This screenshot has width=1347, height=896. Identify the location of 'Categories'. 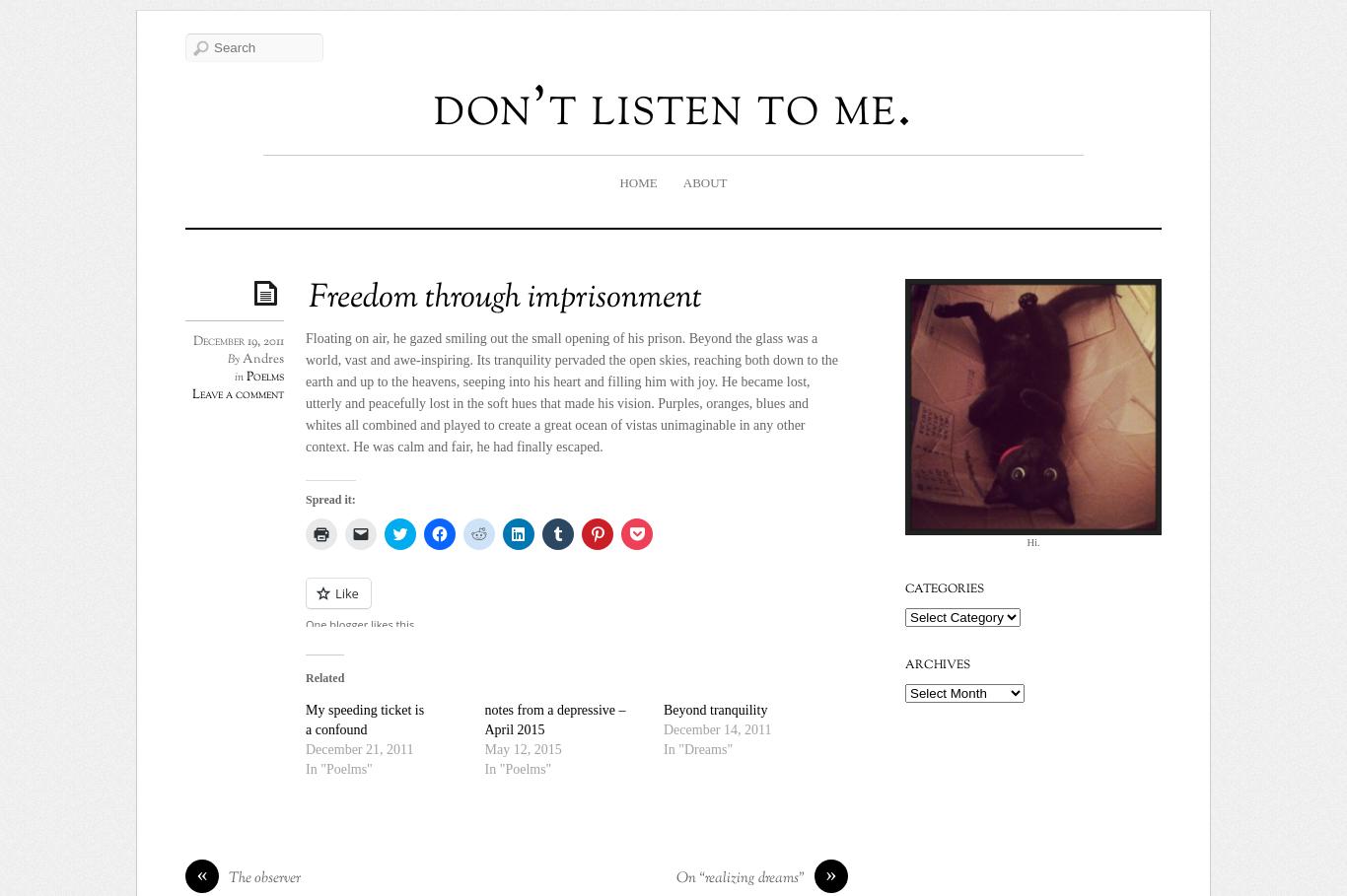
(944, 588).